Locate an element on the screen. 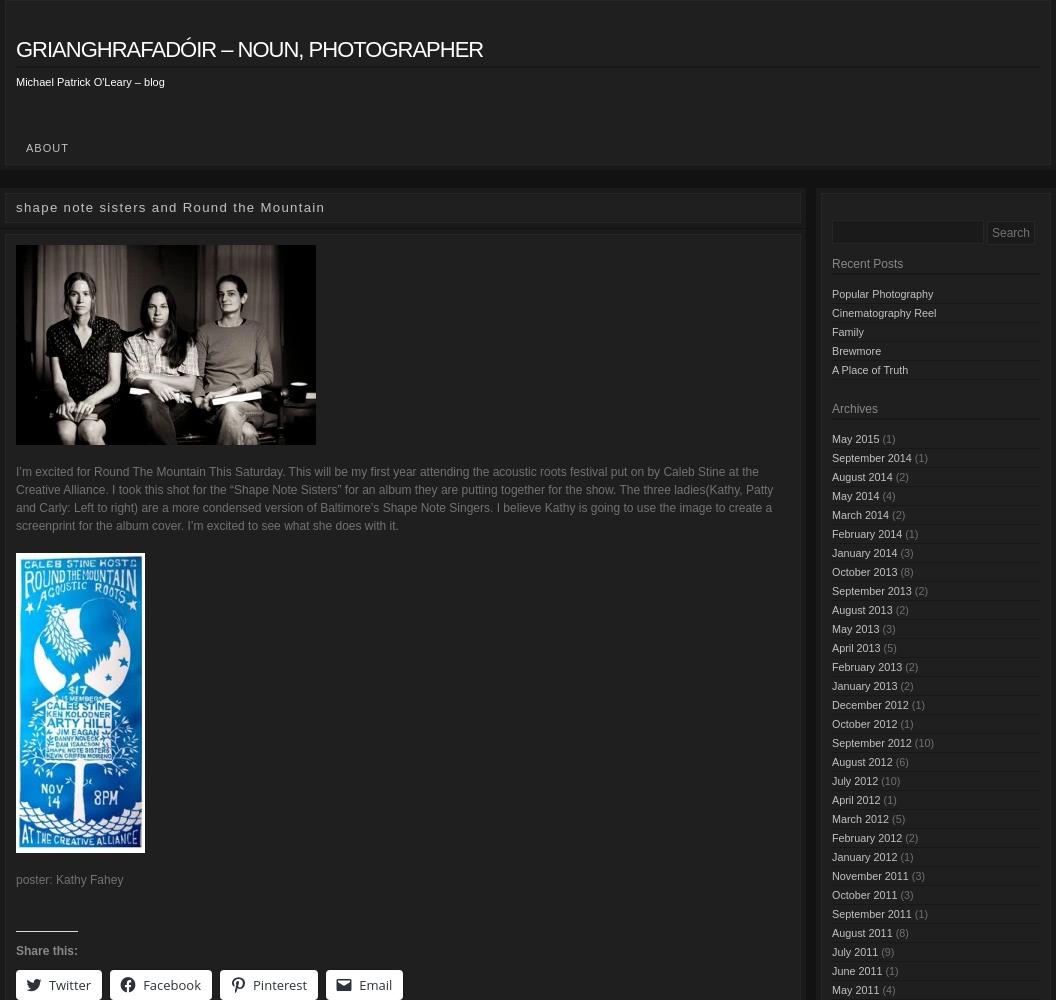 This screenshot has height=1000, width=1056. 'April 2013' is located at coordinates (855, 647).